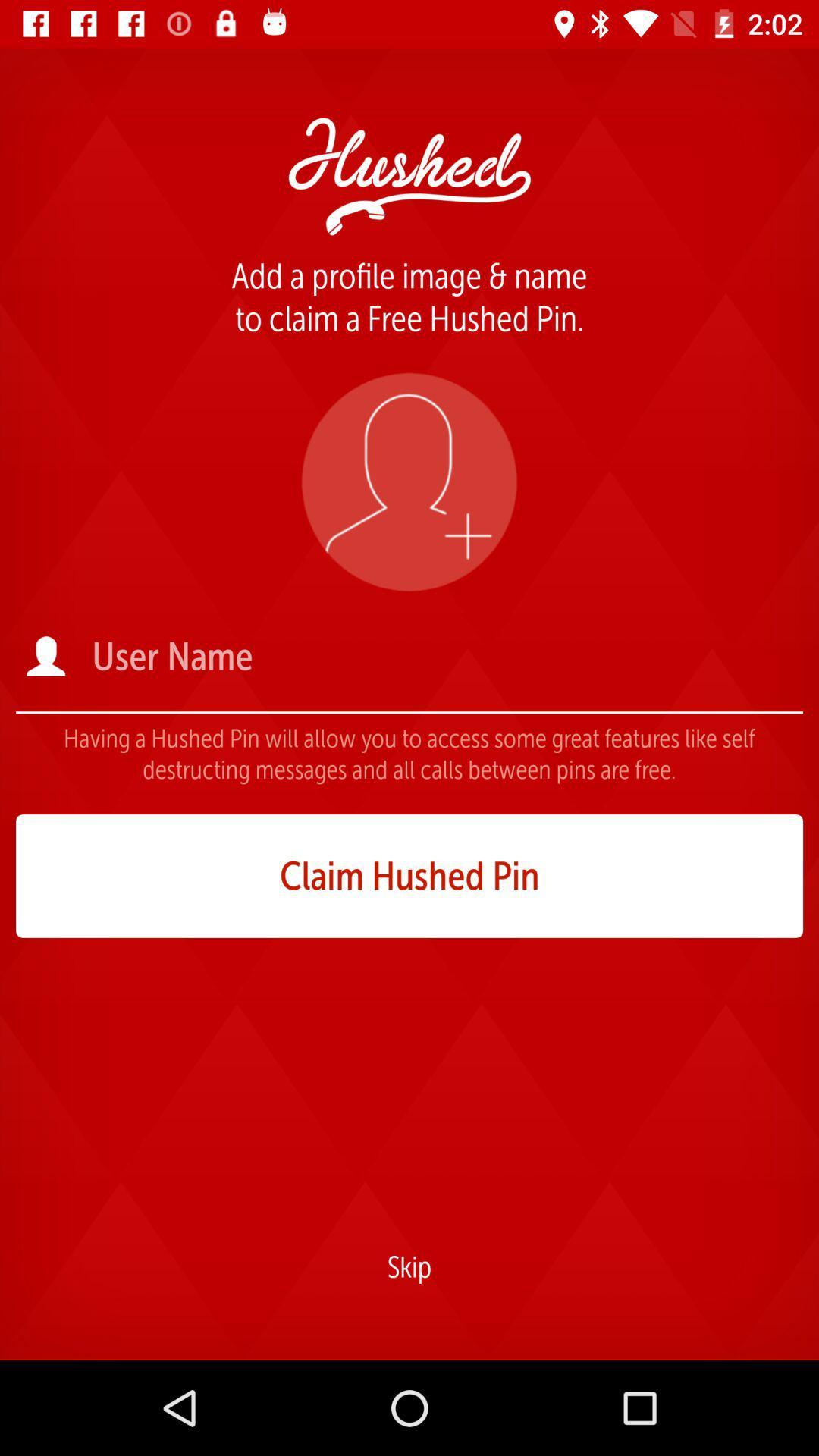  I want to click on username, so click(445, 656).